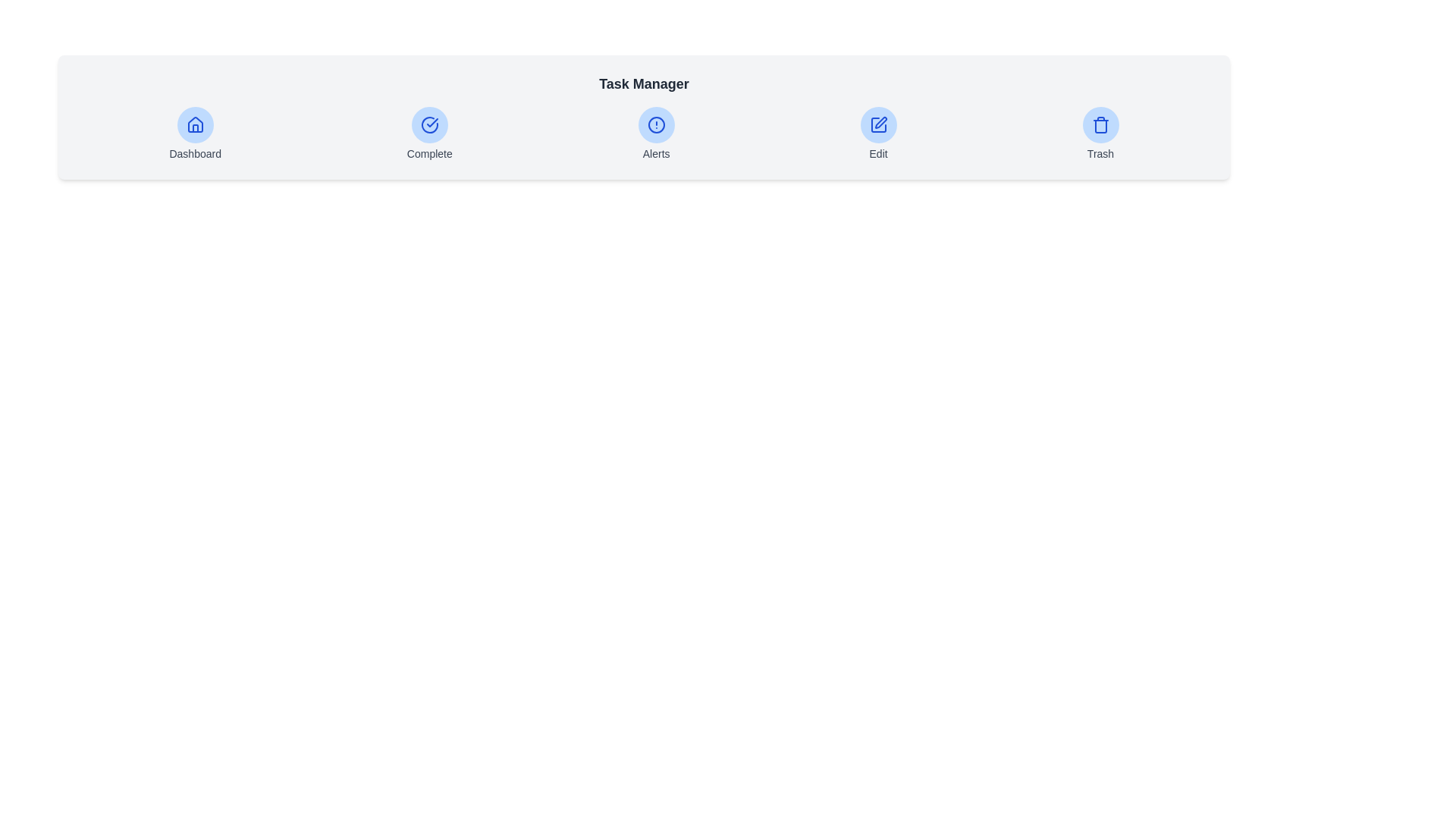 The image size is (1456, 819). I want to click on the 'Complete' icon located in the horizontal navigation bar, which is the second item from the left, so click(428, 133).